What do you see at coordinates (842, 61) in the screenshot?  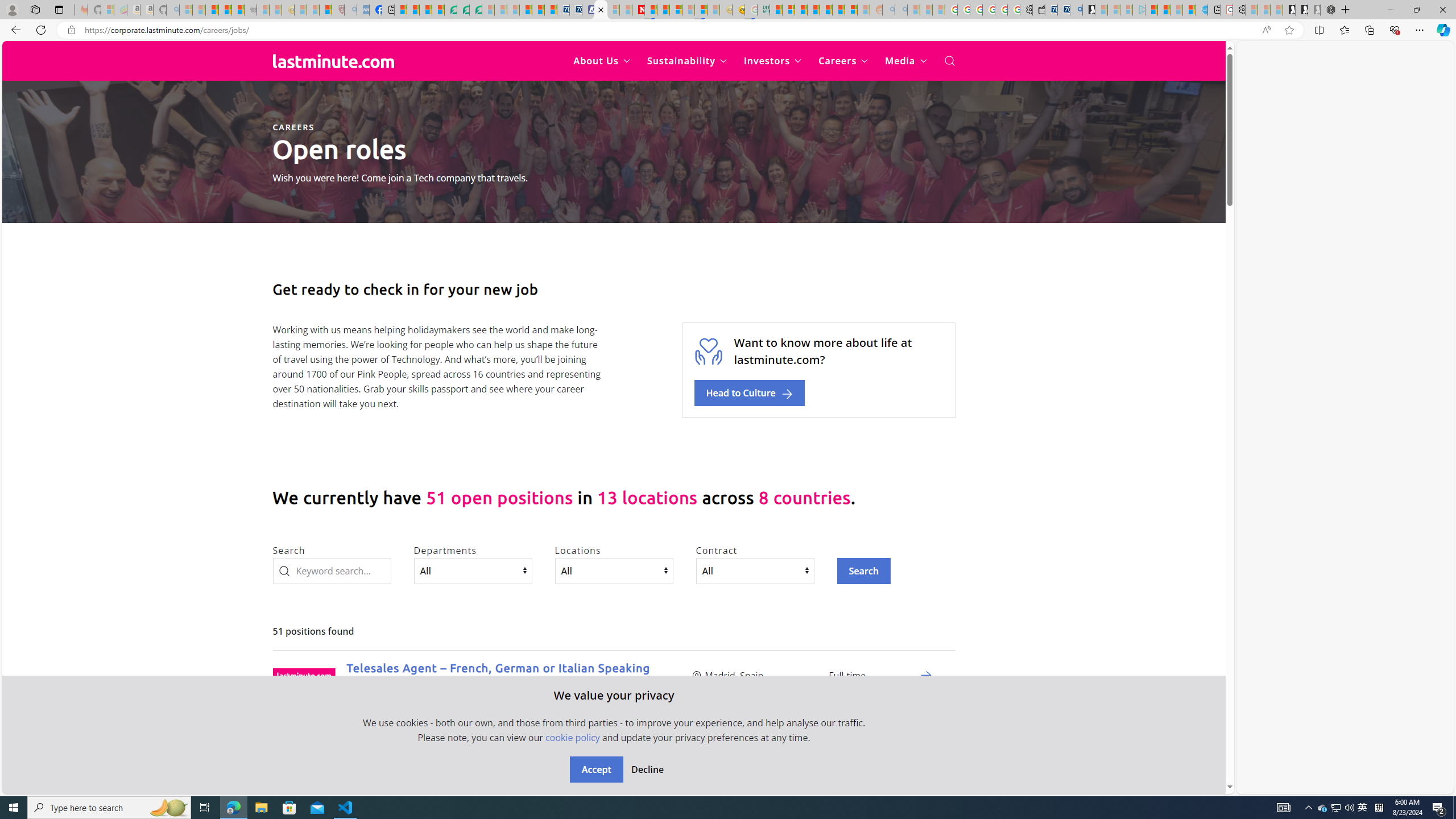 I see `'Careers'` at bounding box center [842, 61].